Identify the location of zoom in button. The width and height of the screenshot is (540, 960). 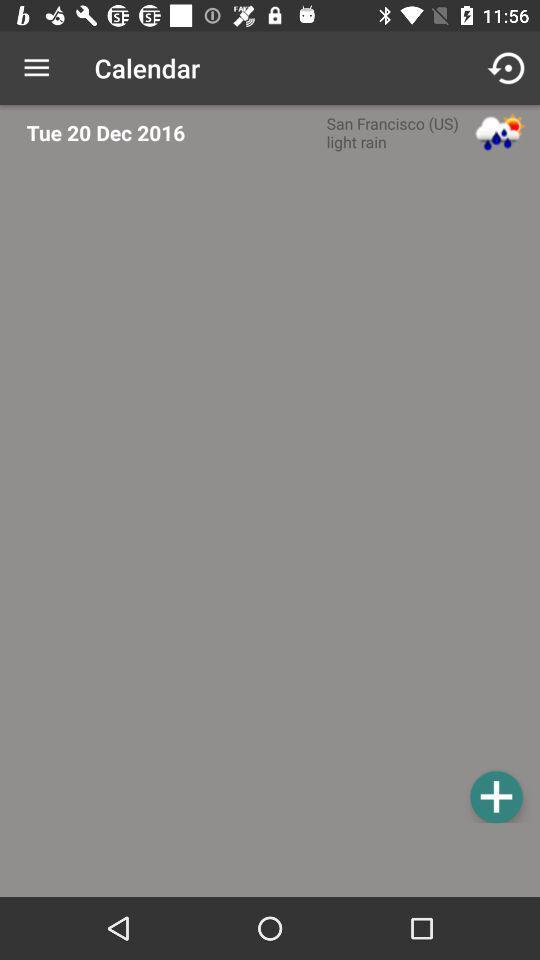
(275, 493).